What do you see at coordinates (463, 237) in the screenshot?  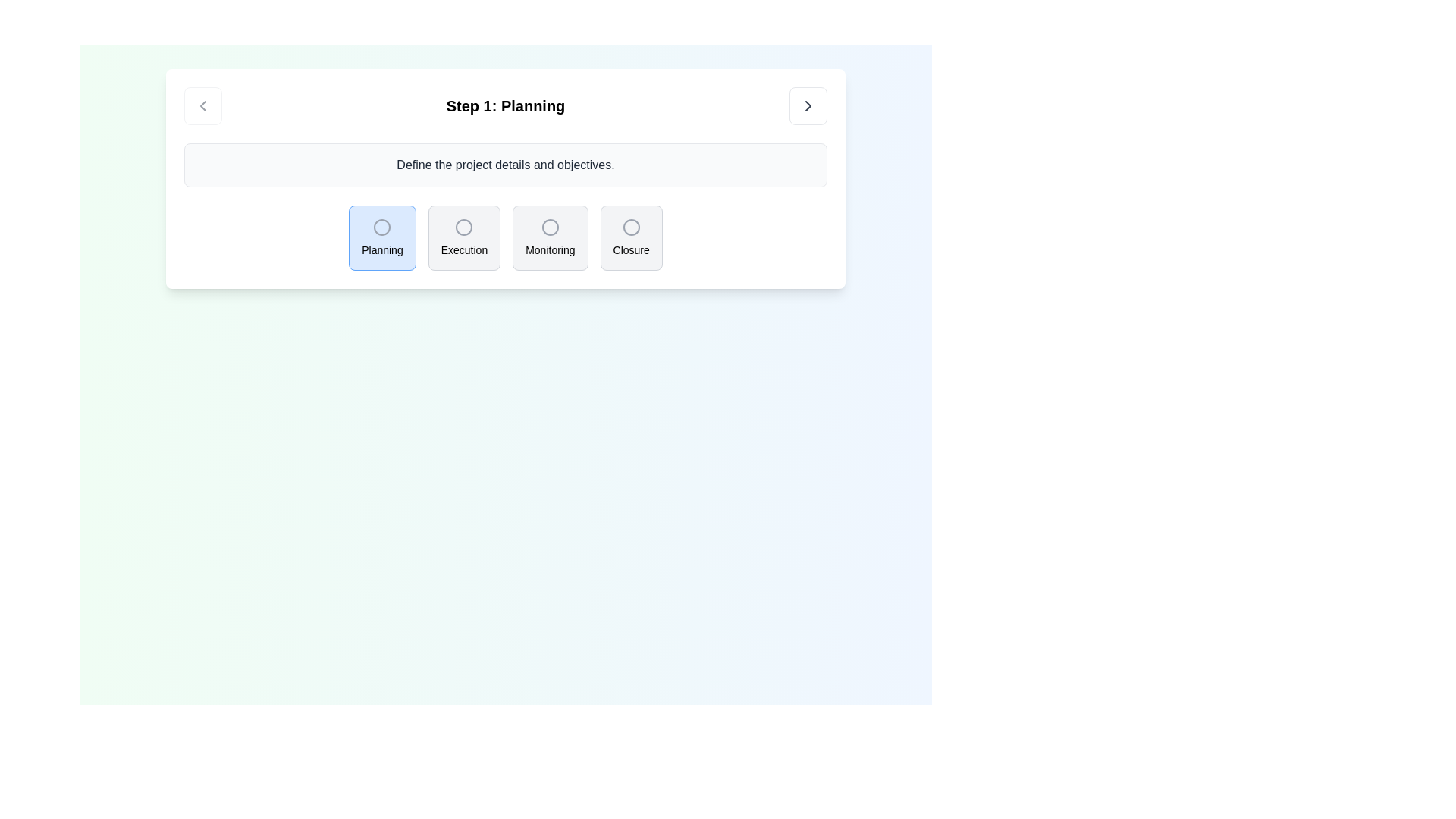 I see `the 'Execution' selectable card or step indicator element, which is the second item in a group of four components` at bounding box center [463, 237].